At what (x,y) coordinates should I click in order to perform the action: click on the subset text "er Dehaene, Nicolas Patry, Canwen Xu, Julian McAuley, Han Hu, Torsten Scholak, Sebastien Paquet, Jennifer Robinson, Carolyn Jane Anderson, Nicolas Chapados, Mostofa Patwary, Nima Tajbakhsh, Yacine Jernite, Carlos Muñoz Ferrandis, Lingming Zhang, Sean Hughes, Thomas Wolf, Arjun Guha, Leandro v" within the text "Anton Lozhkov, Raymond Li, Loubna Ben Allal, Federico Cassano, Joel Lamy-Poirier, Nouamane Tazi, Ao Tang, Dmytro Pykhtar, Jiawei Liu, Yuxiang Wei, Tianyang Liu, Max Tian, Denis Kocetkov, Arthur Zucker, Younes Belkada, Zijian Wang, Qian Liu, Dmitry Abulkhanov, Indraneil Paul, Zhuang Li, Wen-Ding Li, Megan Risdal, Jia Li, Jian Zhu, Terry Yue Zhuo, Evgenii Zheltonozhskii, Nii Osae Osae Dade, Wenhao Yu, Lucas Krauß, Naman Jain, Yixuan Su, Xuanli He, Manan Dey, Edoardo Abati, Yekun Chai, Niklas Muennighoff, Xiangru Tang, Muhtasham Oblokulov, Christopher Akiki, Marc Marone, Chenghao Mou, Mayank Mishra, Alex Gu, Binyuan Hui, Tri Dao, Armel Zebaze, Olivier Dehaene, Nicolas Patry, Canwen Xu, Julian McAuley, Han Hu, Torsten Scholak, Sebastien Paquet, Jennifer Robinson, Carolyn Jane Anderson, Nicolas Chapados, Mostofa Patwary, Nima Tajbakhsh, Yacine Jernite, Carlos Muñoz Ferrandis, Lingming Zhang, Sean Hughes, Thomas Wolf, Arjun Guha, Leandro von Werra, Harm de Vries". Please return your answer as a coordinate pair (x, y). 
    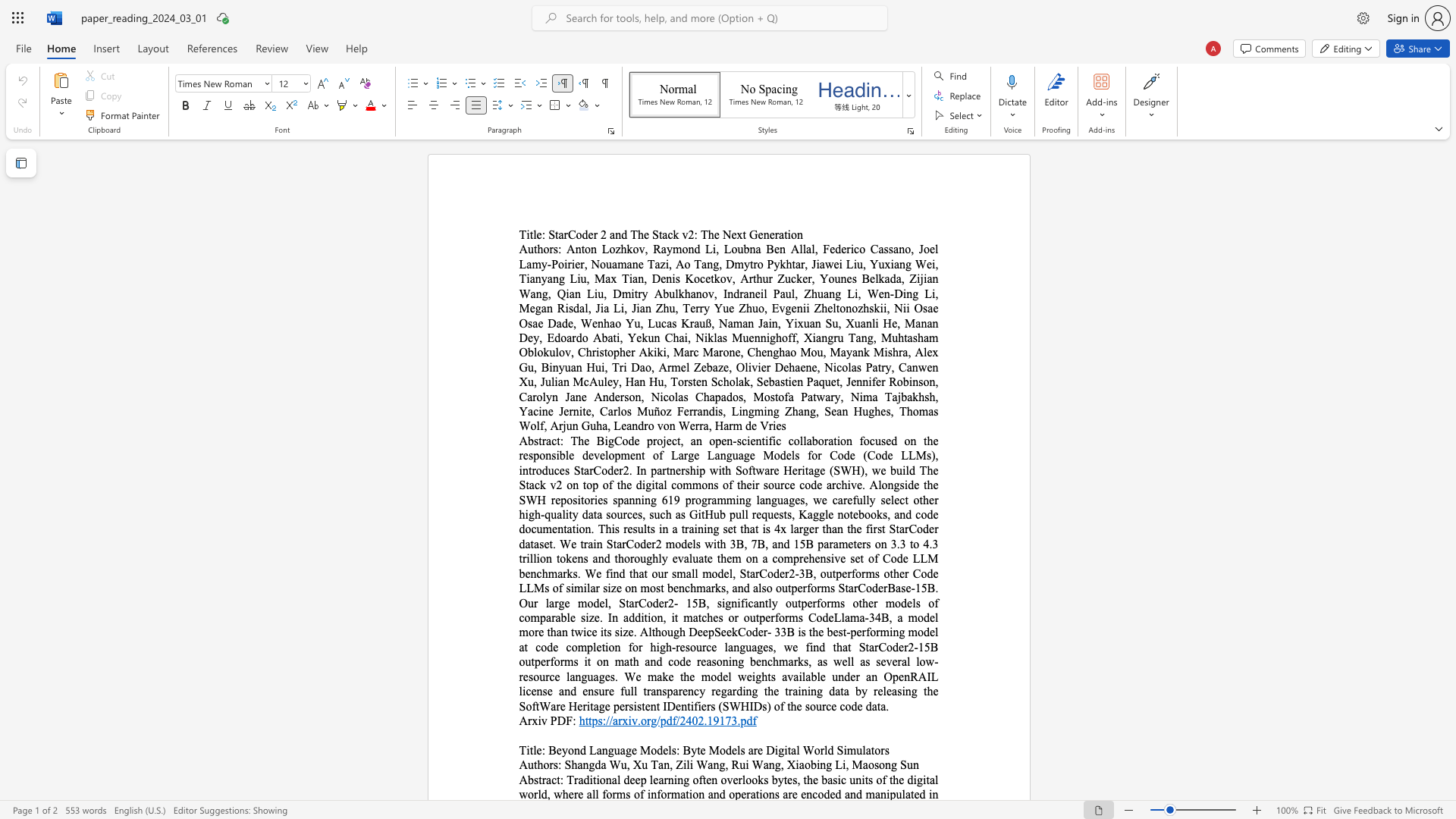
    Looking at the image, I should click on (761, 367).